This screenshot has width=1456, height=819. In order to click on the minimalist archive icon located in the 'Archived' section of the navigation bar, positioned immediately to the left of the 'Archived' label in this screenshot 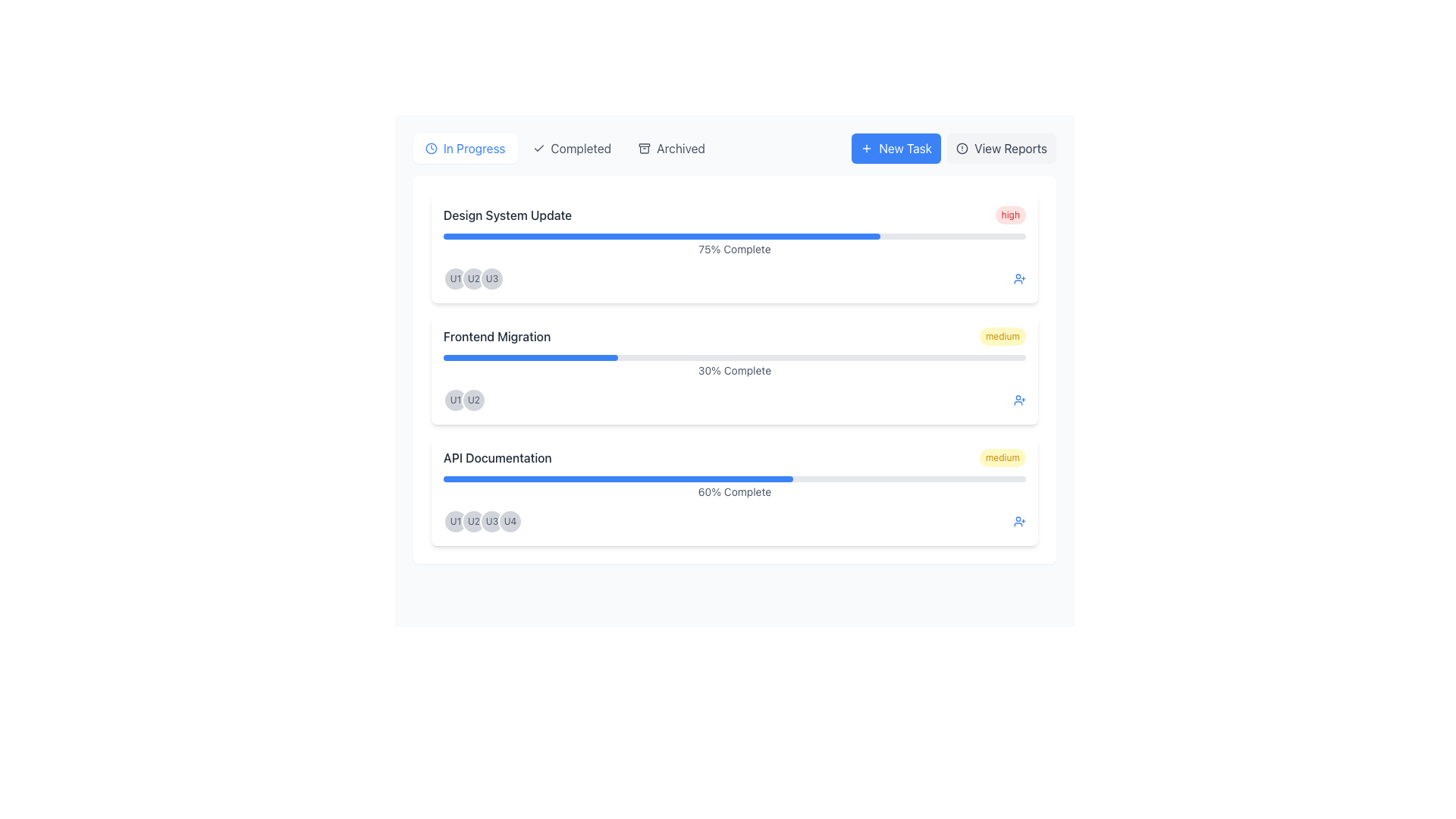, I will do `click(645, 149)`.